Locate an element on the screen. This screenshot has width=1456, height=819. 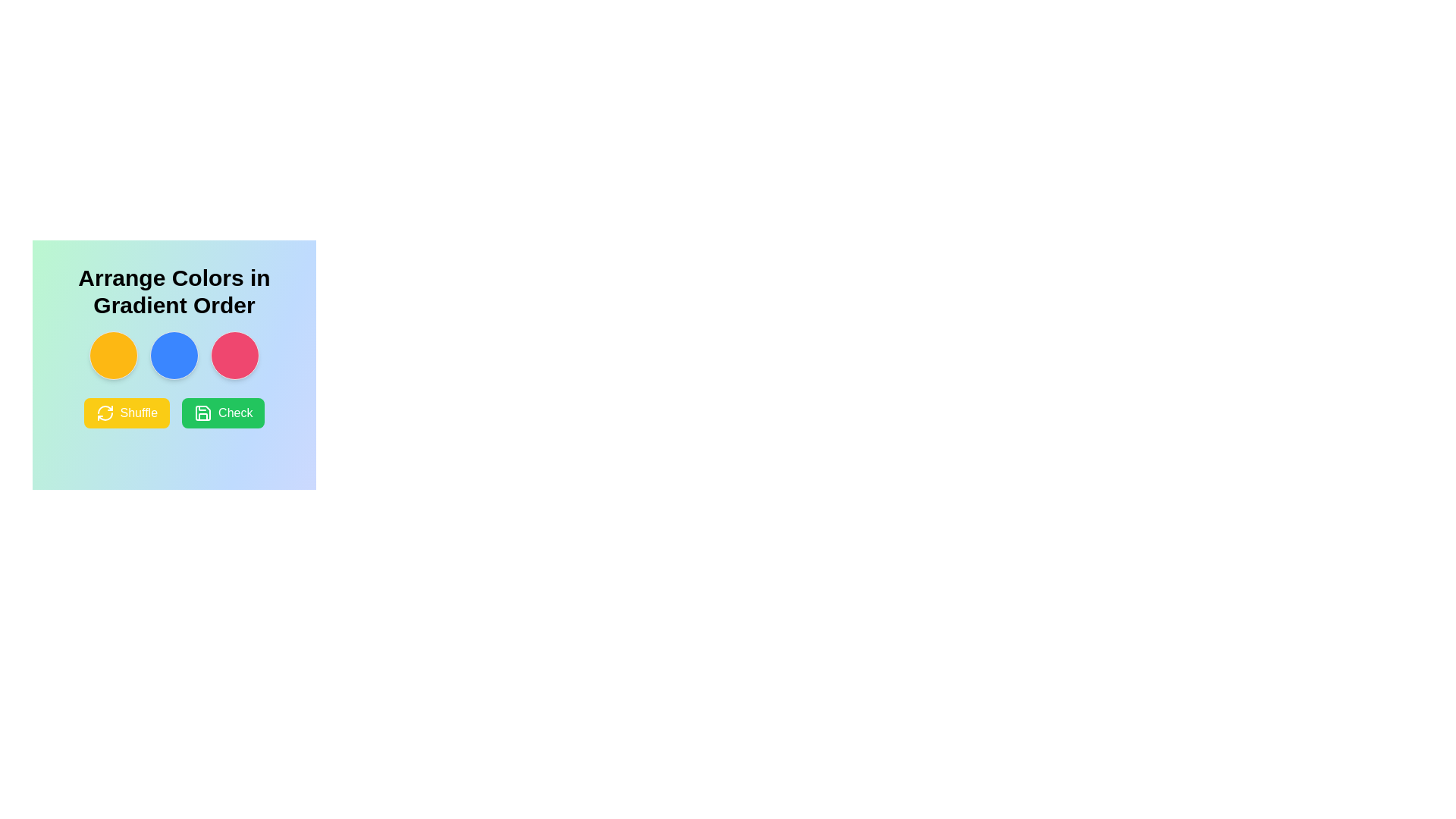
the shuffle button to randomize the color arrangement is located at coordinates (104, 413).